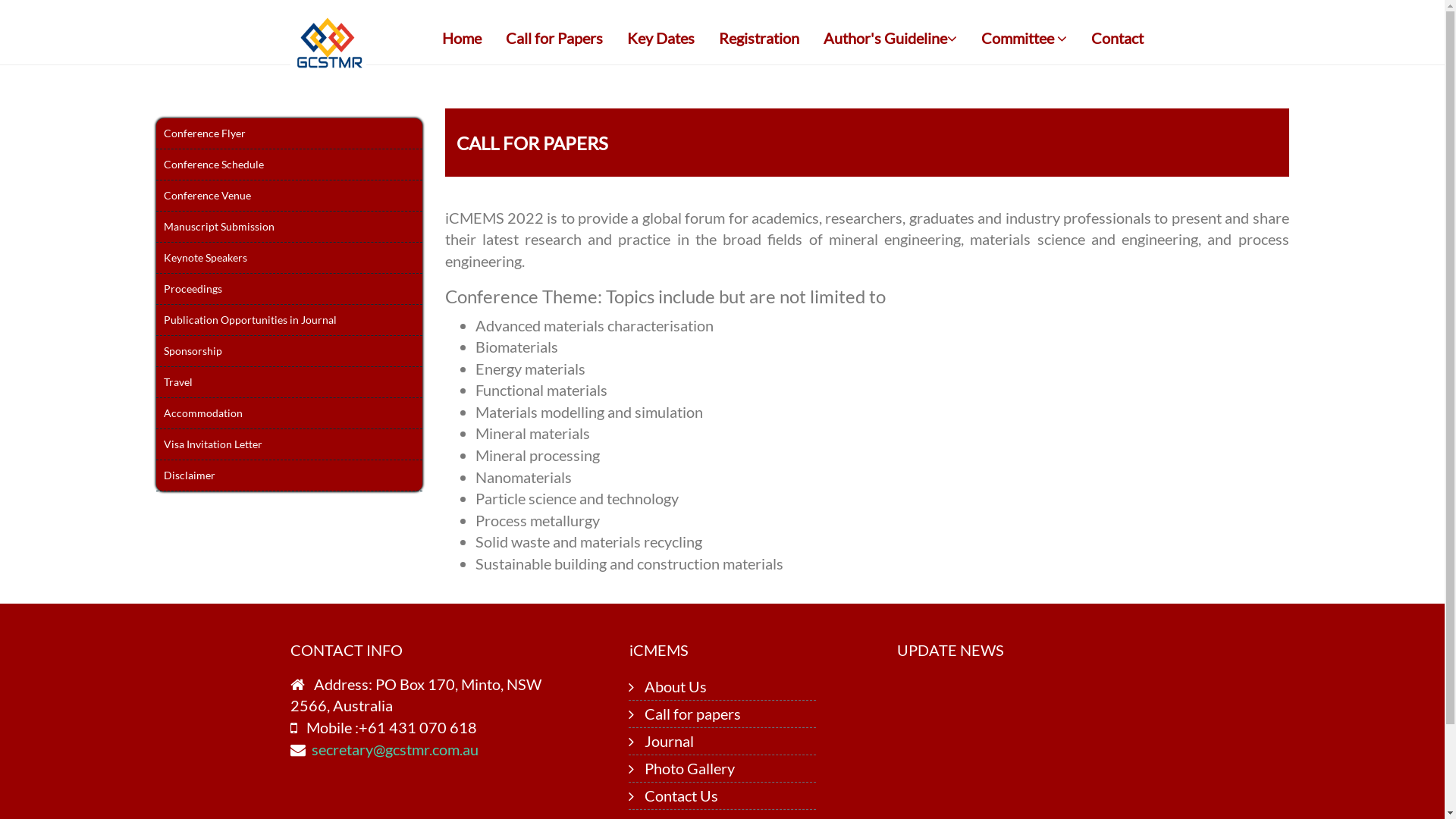 The image size is (1456, 819). Describe the element at coordinates (309, 748) in the screenshot. I see `'secretary@gcstmr.com.au'` at that location.